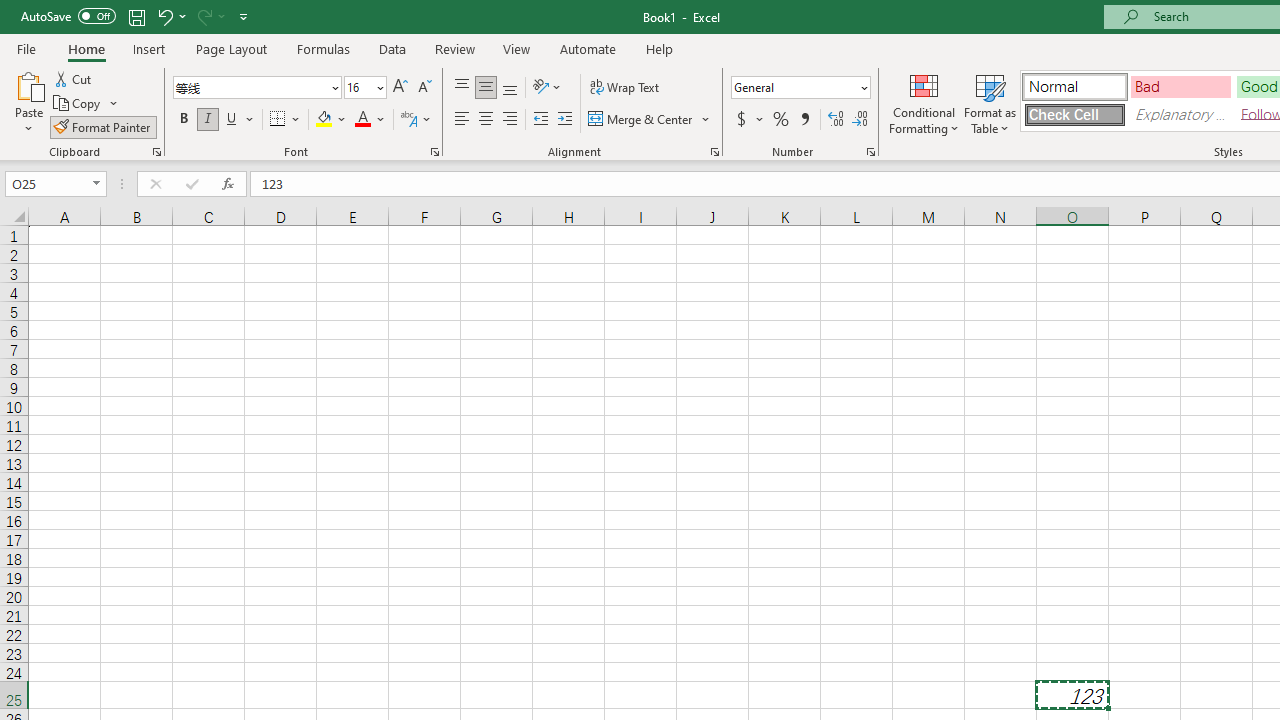 Image resolution: width=1280 pixels, height=720 pixels. I want to click on 'Italic', so click(208, 119).